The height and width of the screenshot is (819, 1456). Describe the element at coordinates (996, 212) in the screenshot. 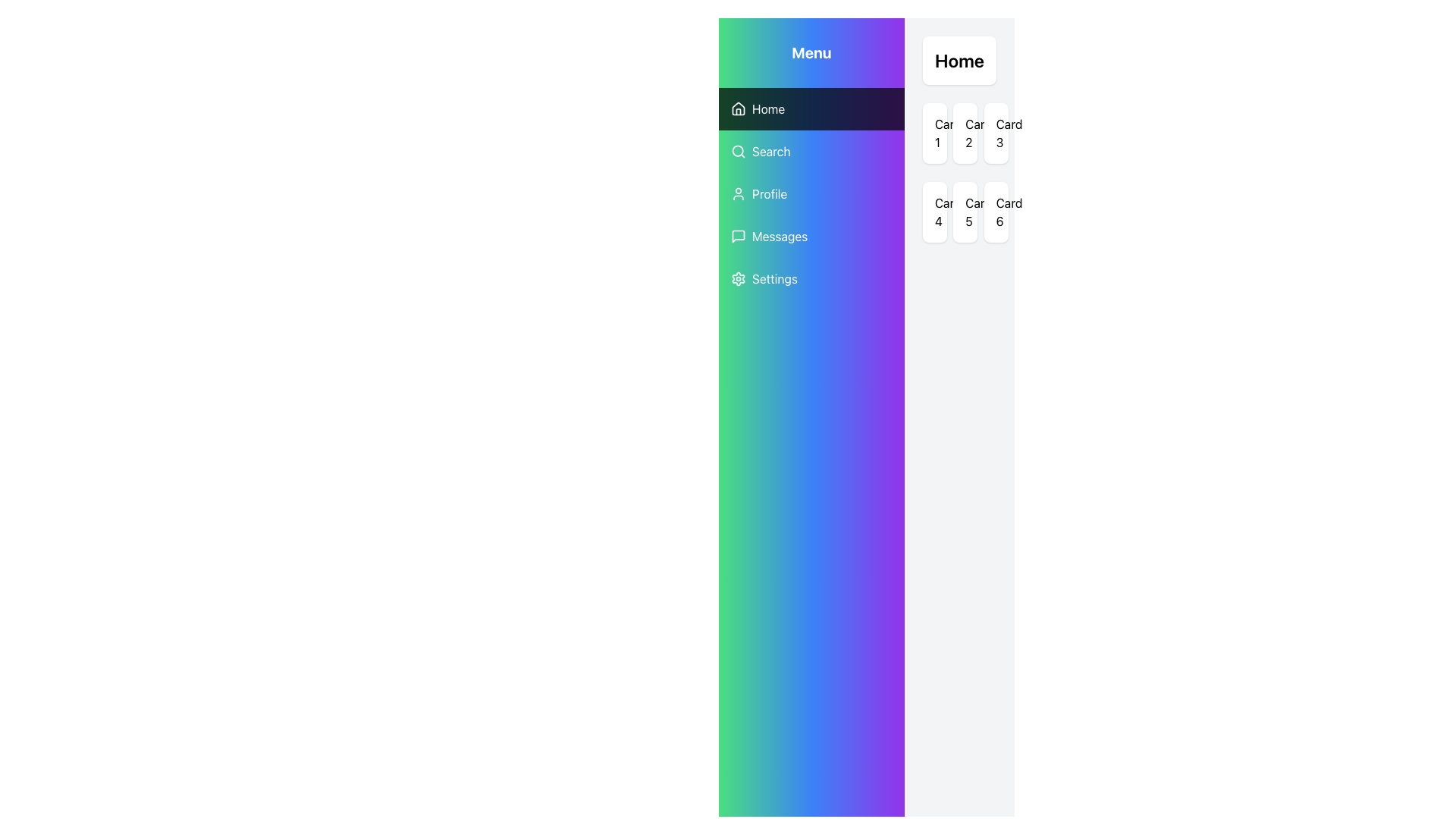

I see `the Static Card labeled 'Card 6', which is the third card in the second row of a grid layout` at that location.